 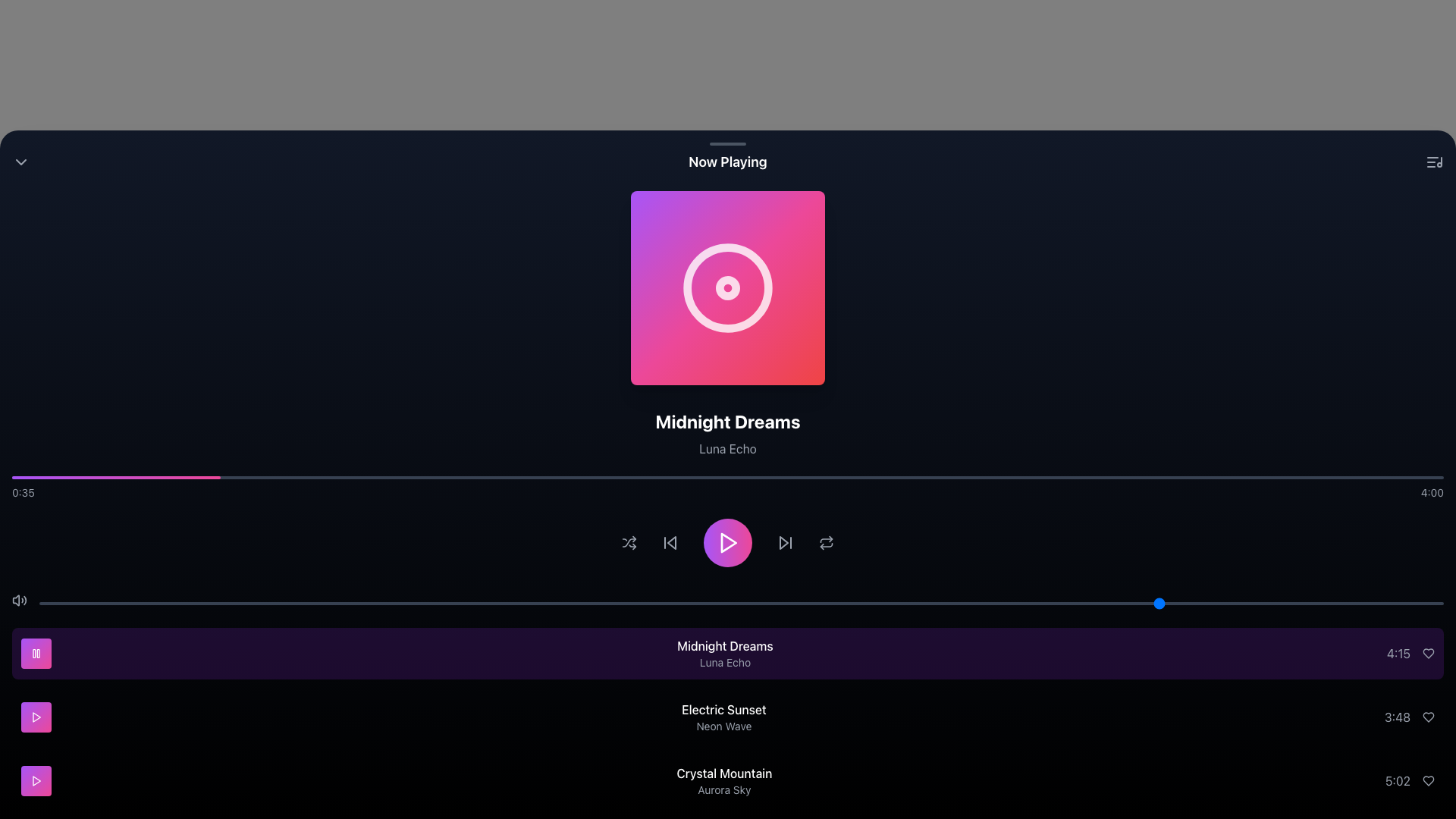 What do you see at coordinates (36, 717) in the screenshot?
I see `the play button for the song 'Electric Sunset' by 'Neon Wave'` at bounding box center [36, 717].